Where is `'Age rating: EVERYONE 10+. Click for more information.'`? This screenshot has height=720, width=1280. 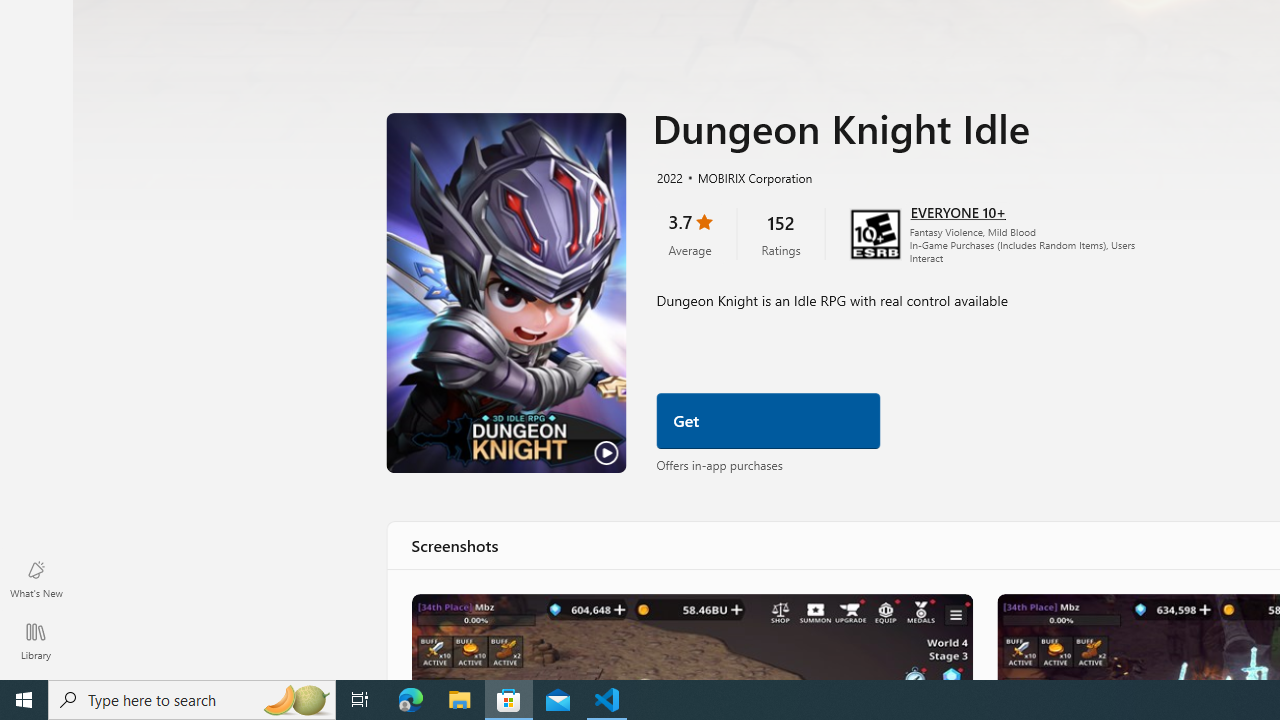
'Age rating: EVERYONE 10+. Click for more information.' is located at coordinates (956, 212).